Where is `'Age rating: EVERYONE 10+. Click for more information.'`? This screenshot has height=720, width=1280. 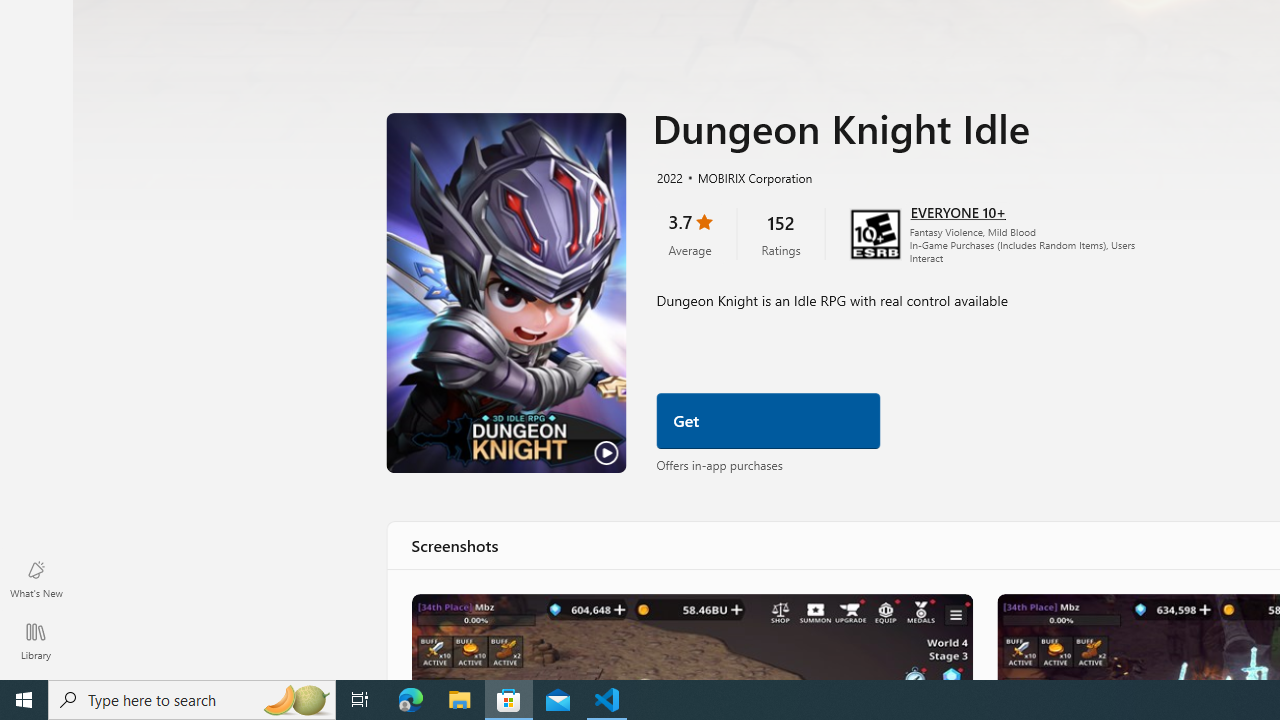
'Age rating: EVERYONE 10+. Click for more information.' is located at coordinates (956, 212).